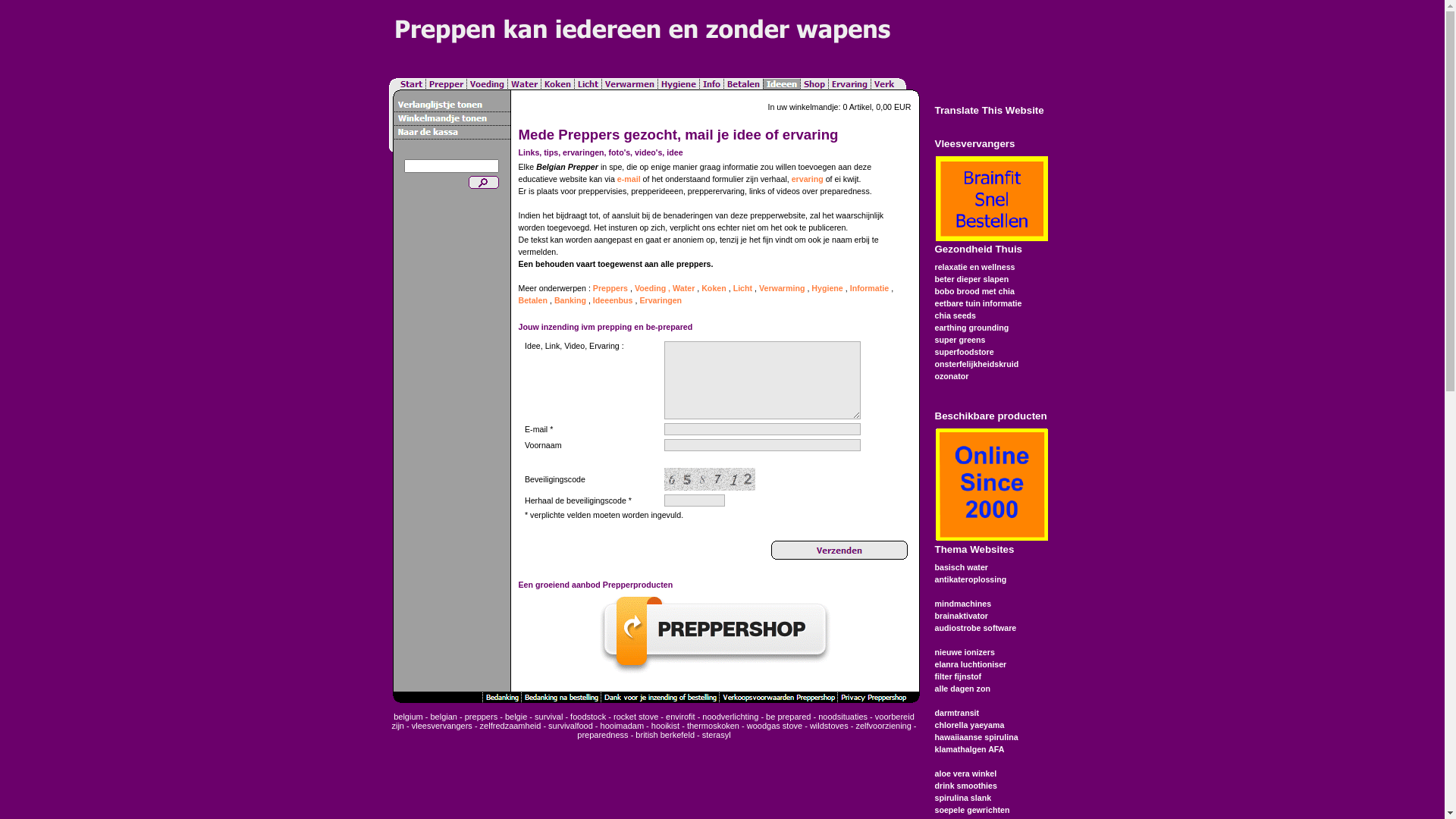  Describe the element at coordinates (963, 651) in the screenshot. I see `'nieuwe ionizers'` at that location.